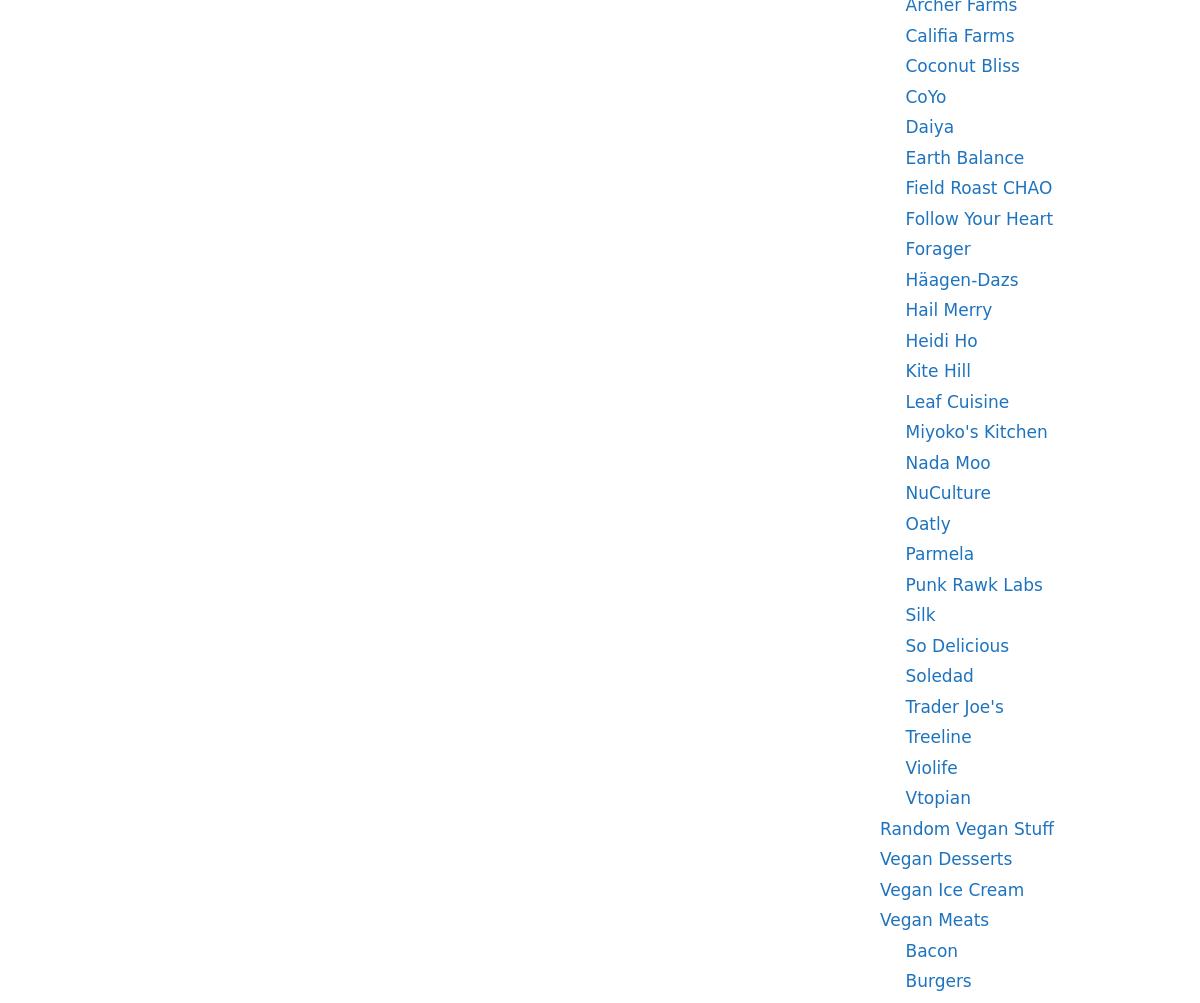  What do you see at coordinates (927, 521) in the screenshot?
I see `'Oatly'` at bounding box center [927, 521].